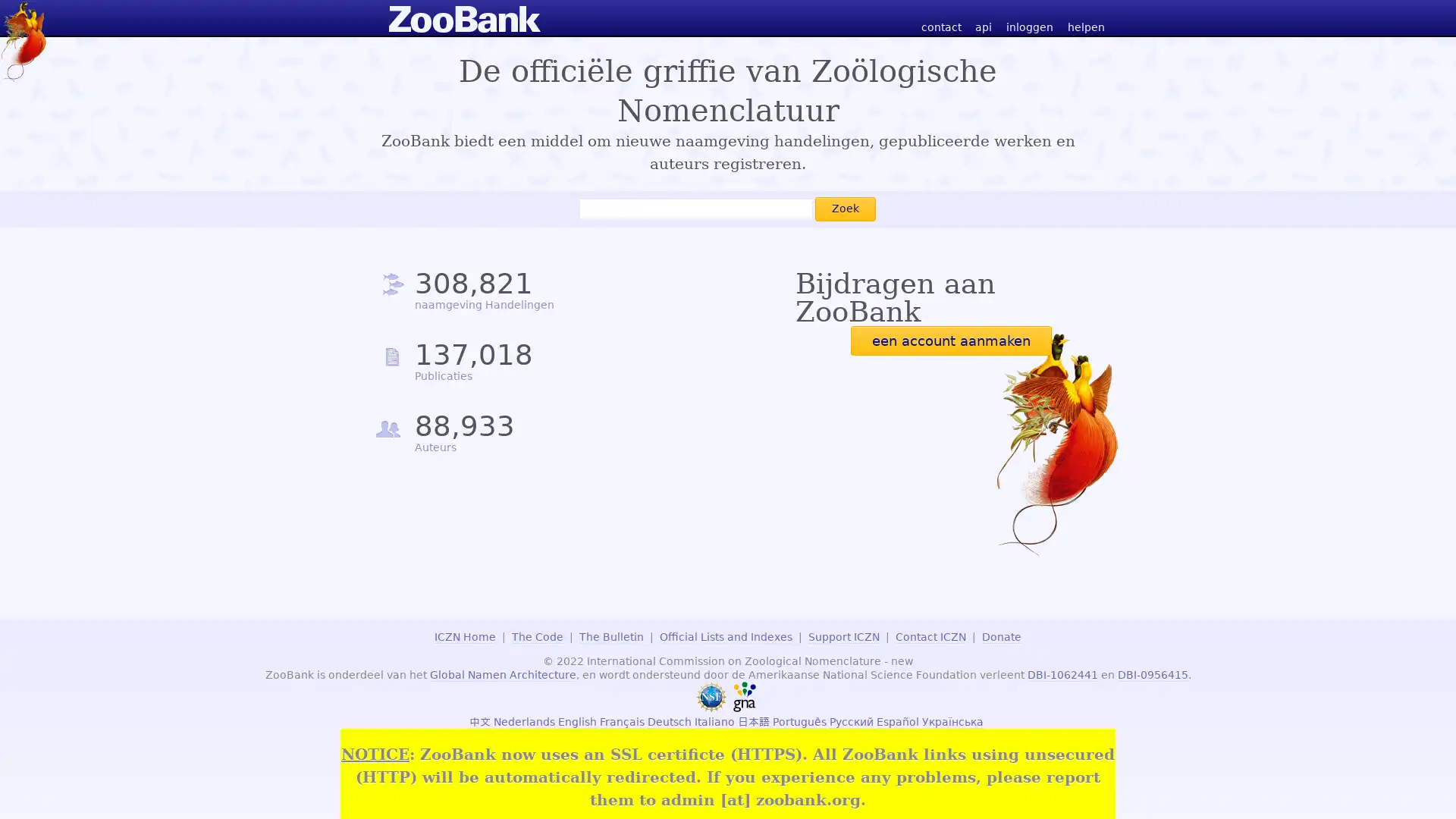  Describe the element at coordinates (844, 209) in the screenshot. I see `Zoek` at that location.